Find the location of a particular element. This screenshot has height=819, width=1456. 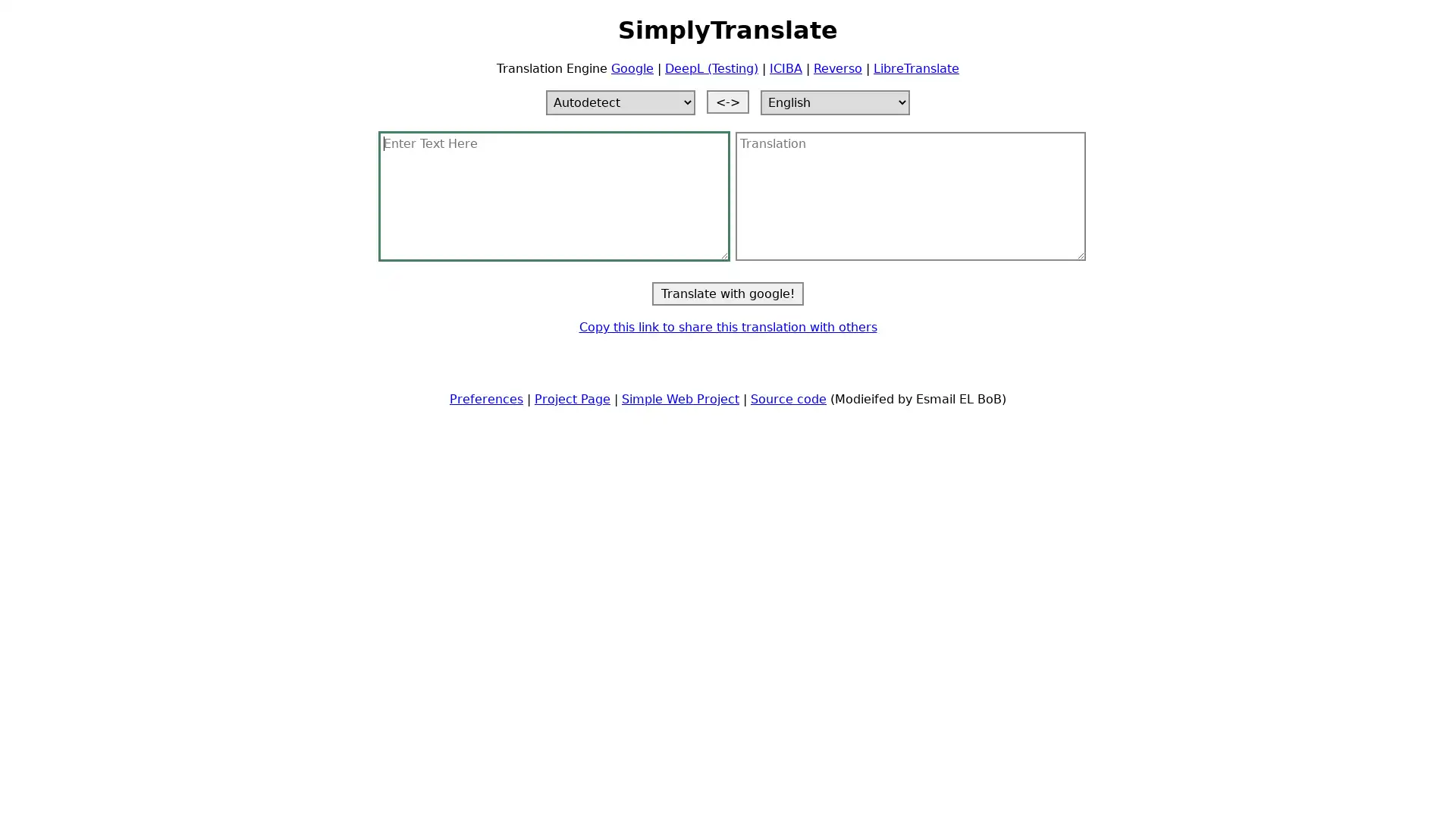

Translate with google! is located at coordinates (728, 293).